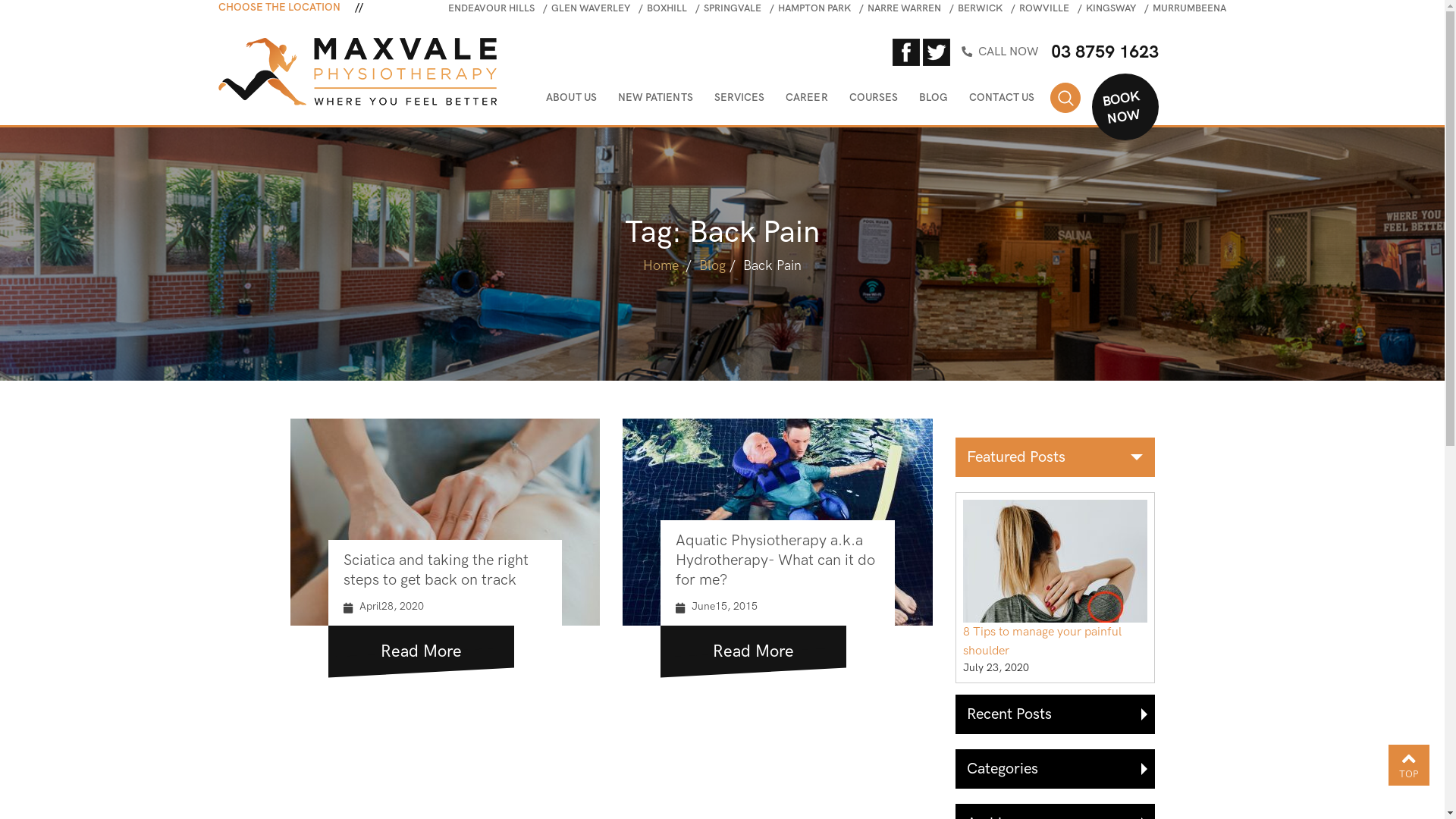  I want to click on 'CALL NOW 03 8759 1623', so click(1084, 50).